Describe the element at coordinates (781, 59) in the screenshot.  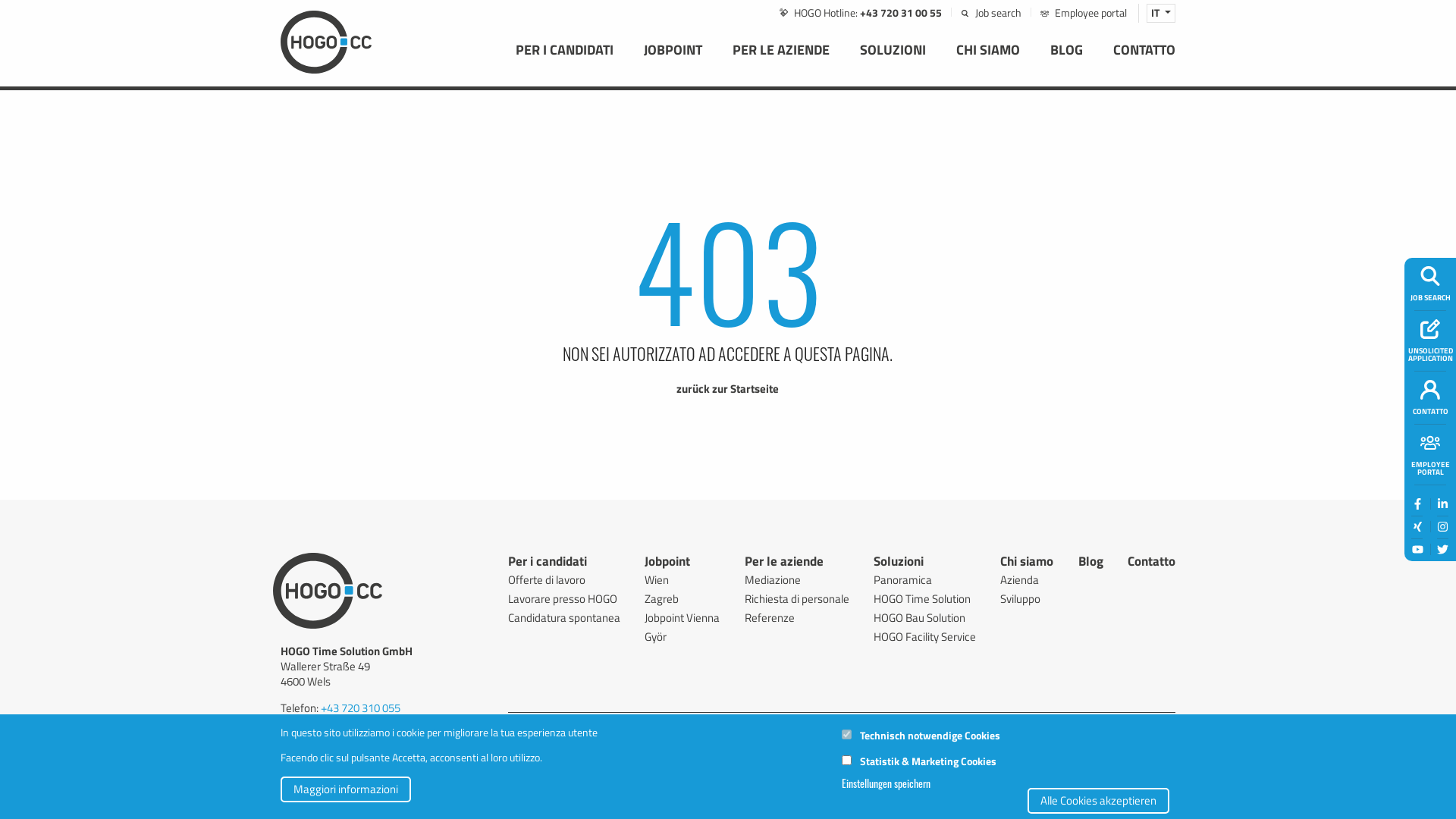
I see `'PER LE AZIENDE'` at that location.